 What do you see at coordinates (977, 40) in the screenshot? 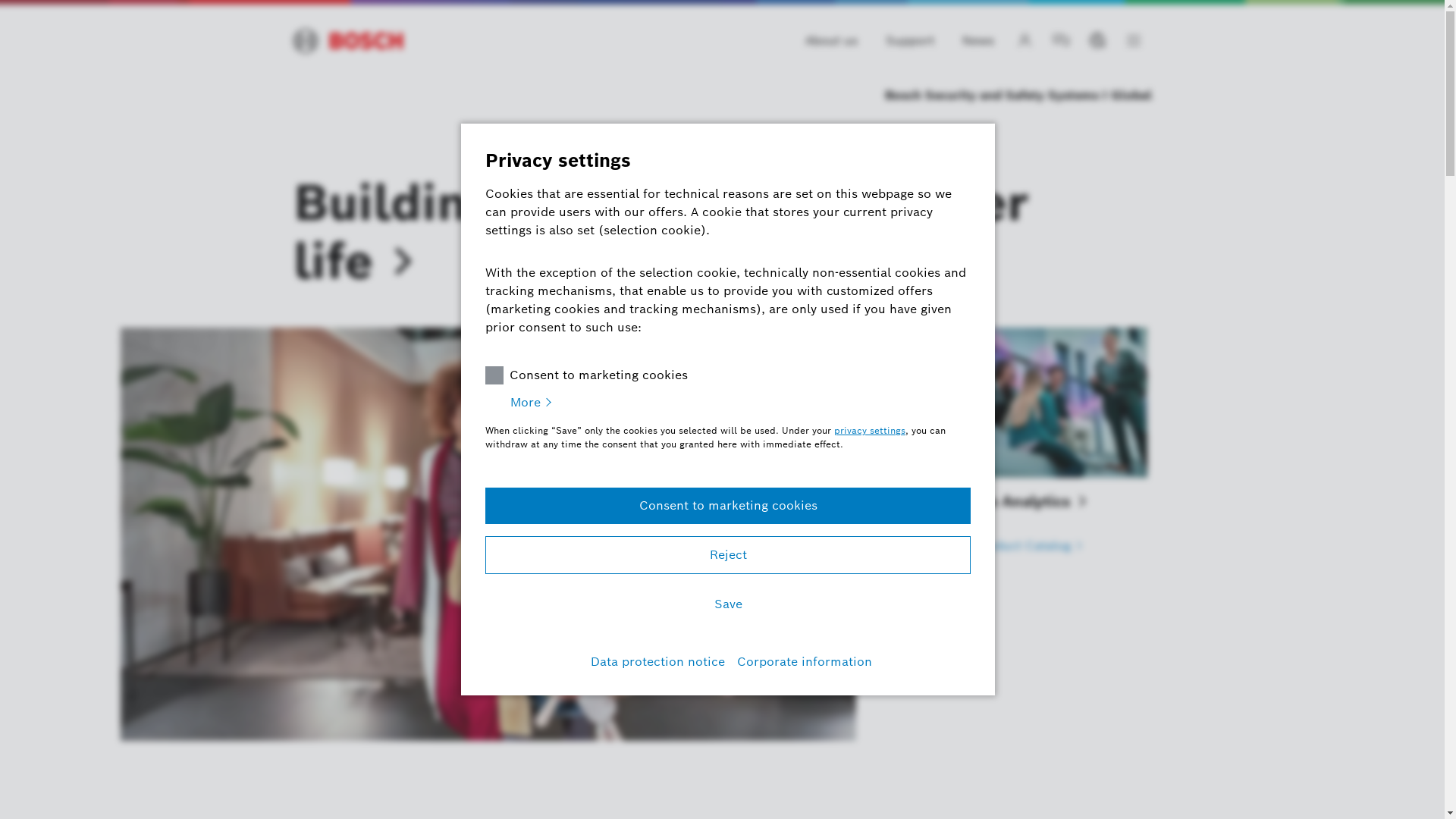
I see `'News'` at bounding box center [977, 40].